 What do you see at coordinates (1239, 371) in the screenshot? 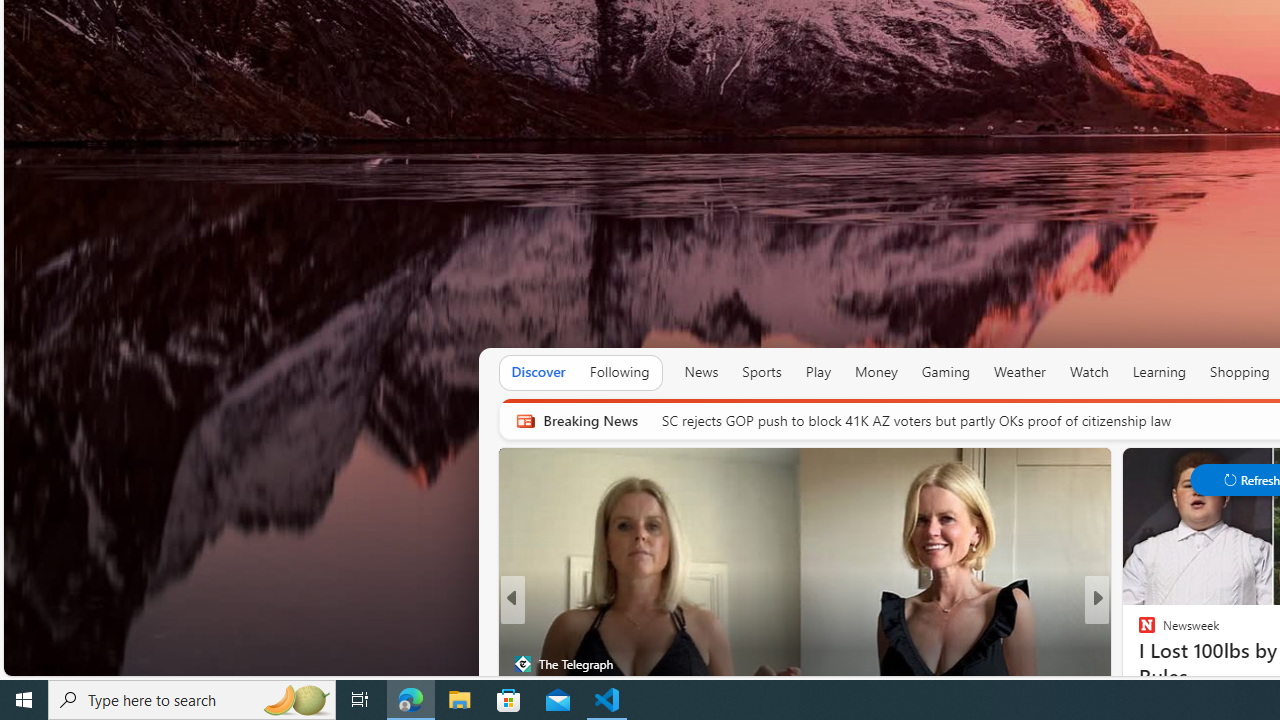
I see `'Shopping'` at bounding box center [1239, 371].